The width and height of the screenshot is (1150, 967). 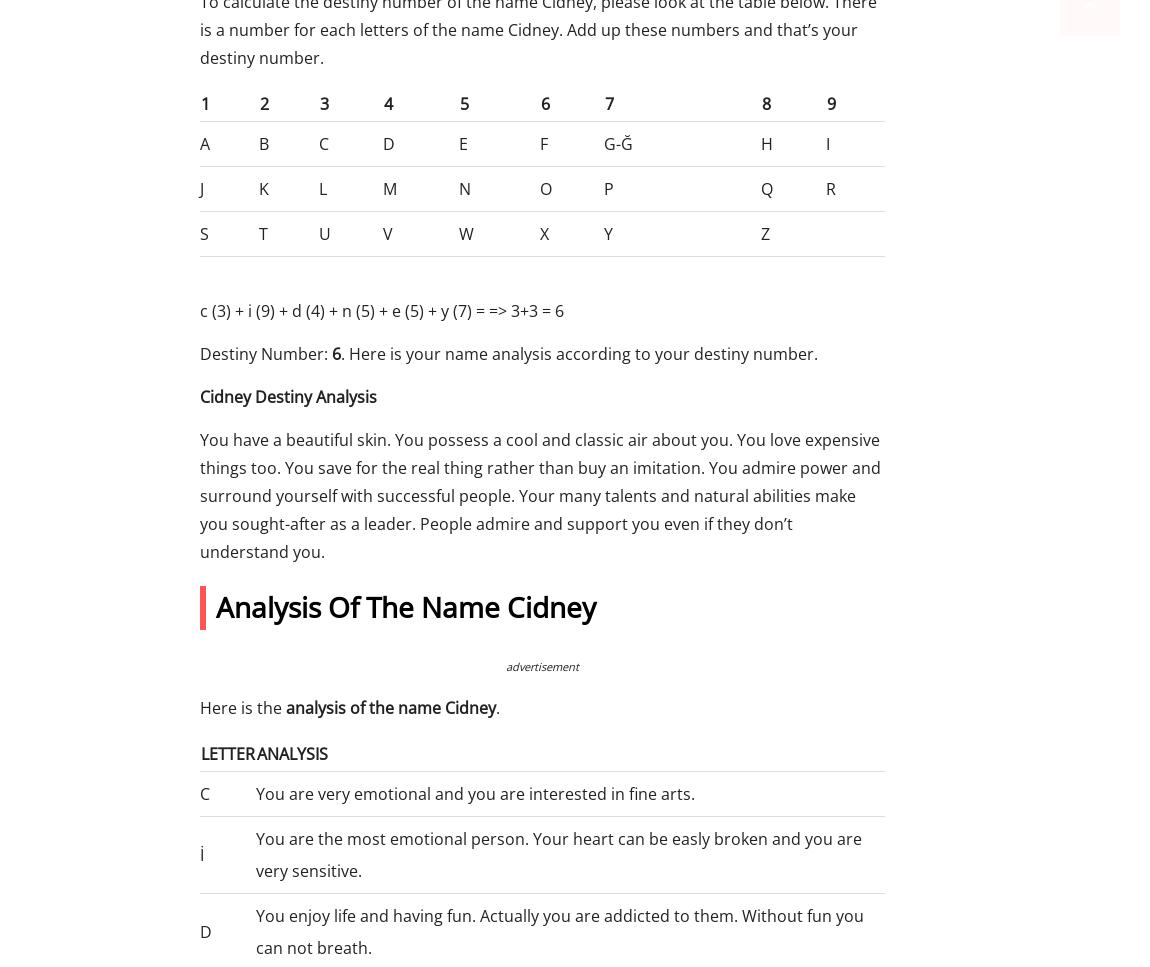 What do you see at coordinates (323, 234) in the screenshot?
I see `'U'` at bounding box center [323, 234].